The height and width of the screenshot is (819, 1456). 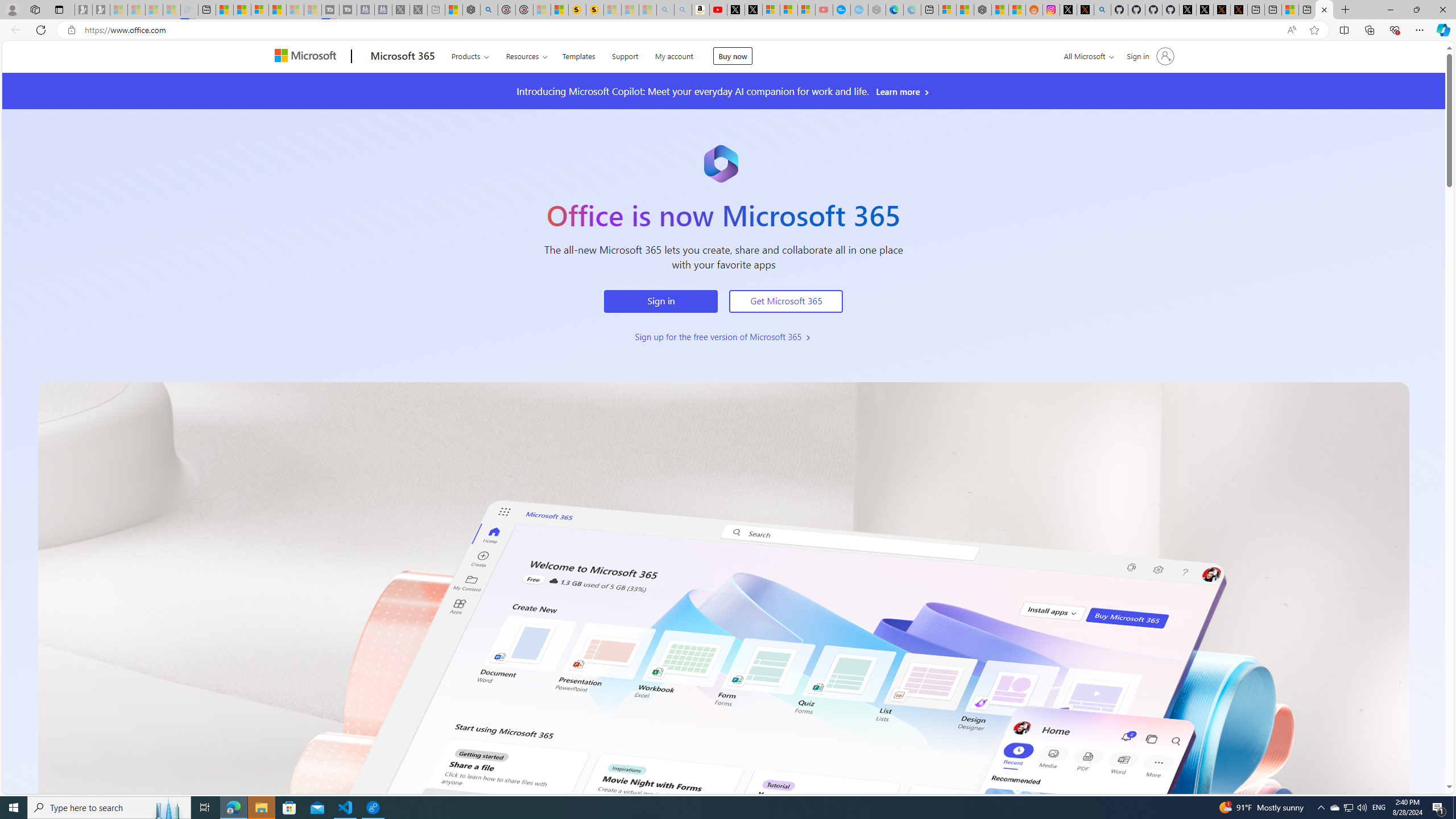 I want to click on 'Microsoft 365', so click(x=402, y=56).